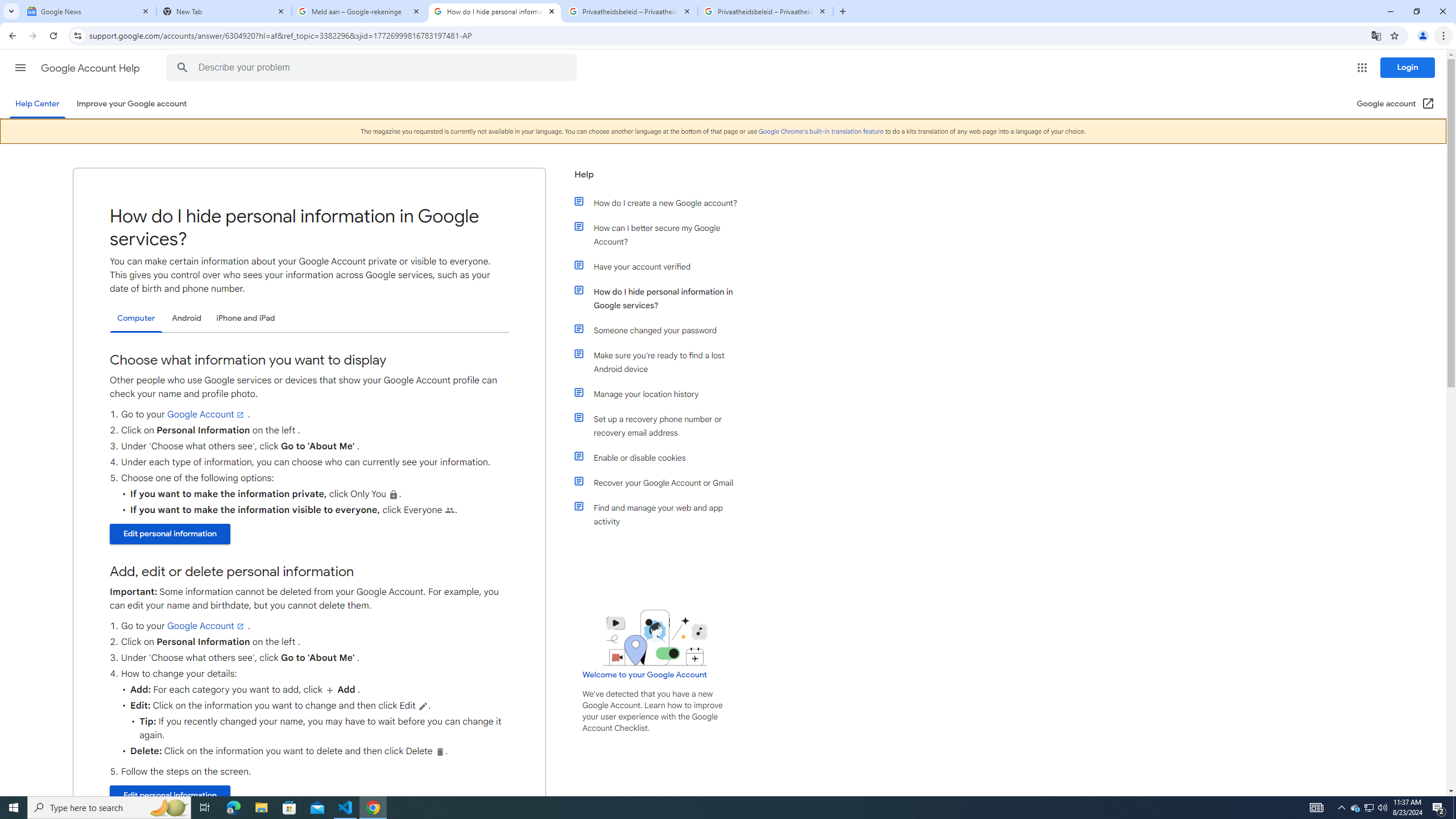 Image resolution: width=1456 pixels, height=819 pixels. I want to click on 'Someone changed your password', so click(661, 330).